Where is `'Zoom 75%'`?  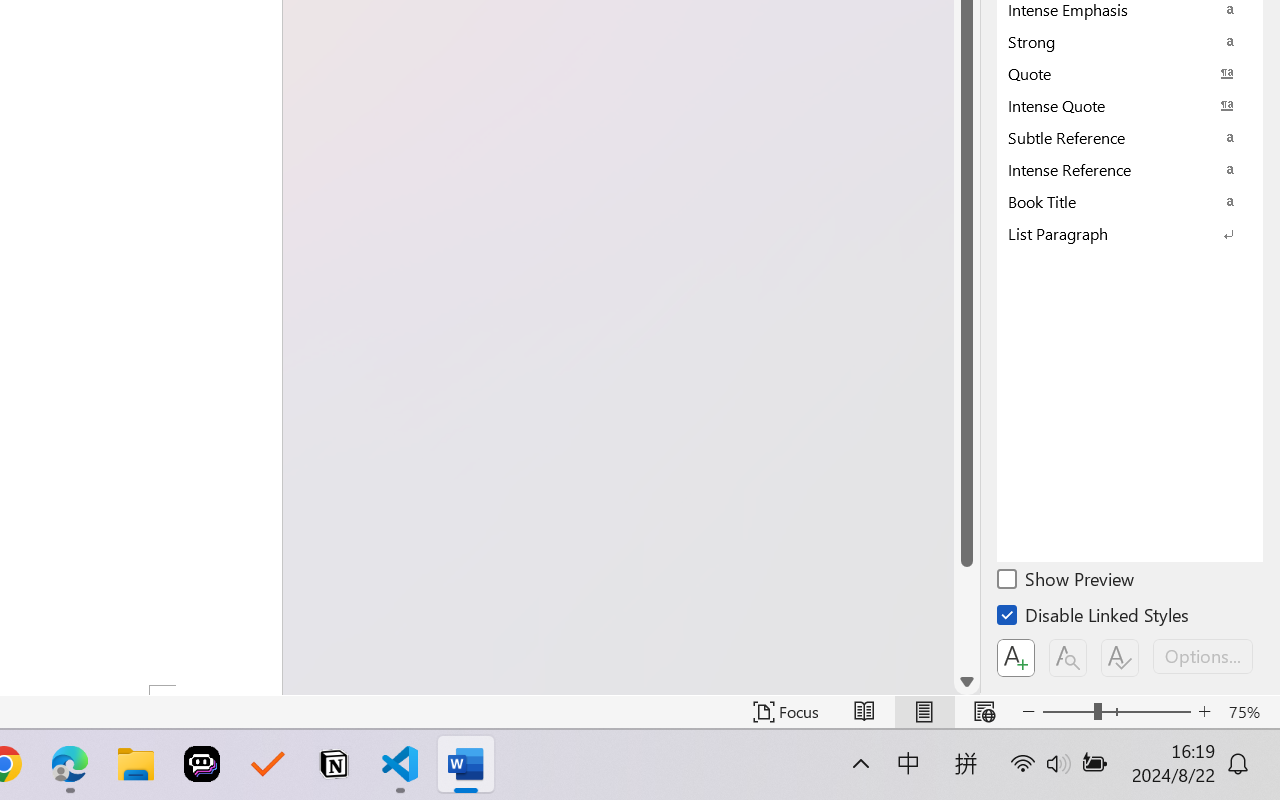
'Zoom 75%' is located at coordinates (1248, 711).